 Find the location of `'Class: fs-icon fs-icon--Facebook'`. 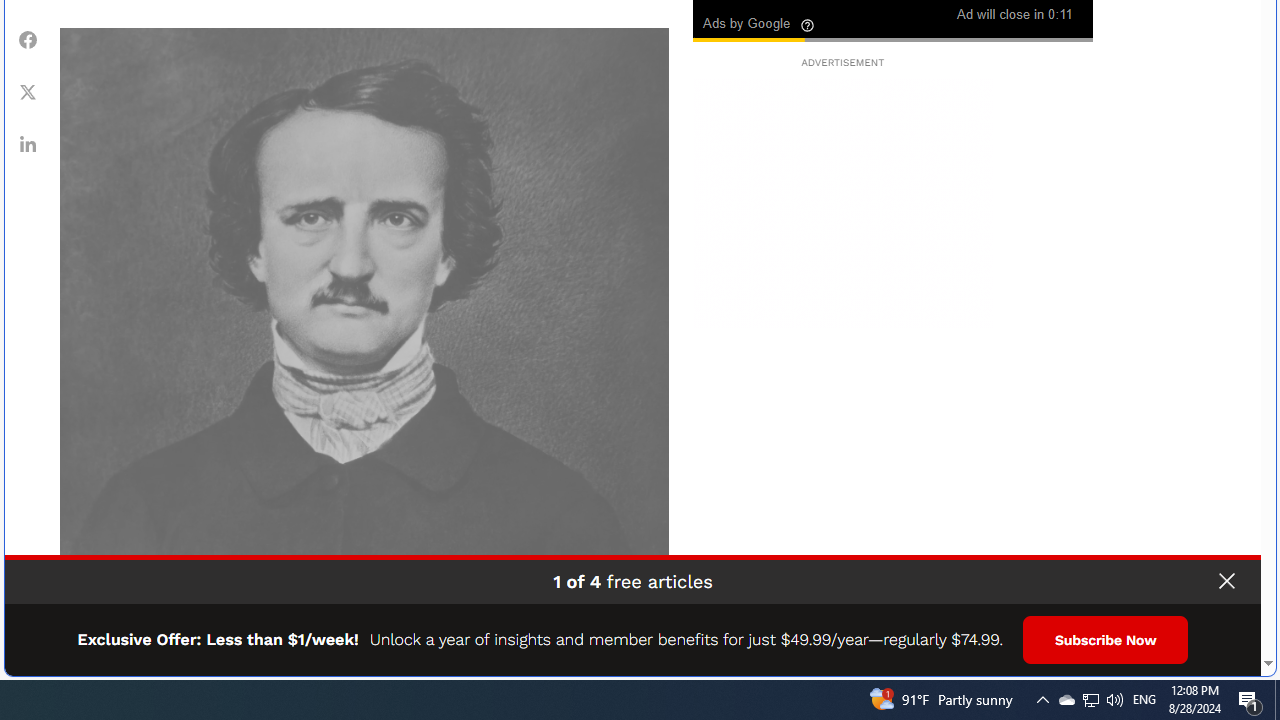

'Class: fs-icon fs-icon--Facebook' is located at coordinates (28, 39).